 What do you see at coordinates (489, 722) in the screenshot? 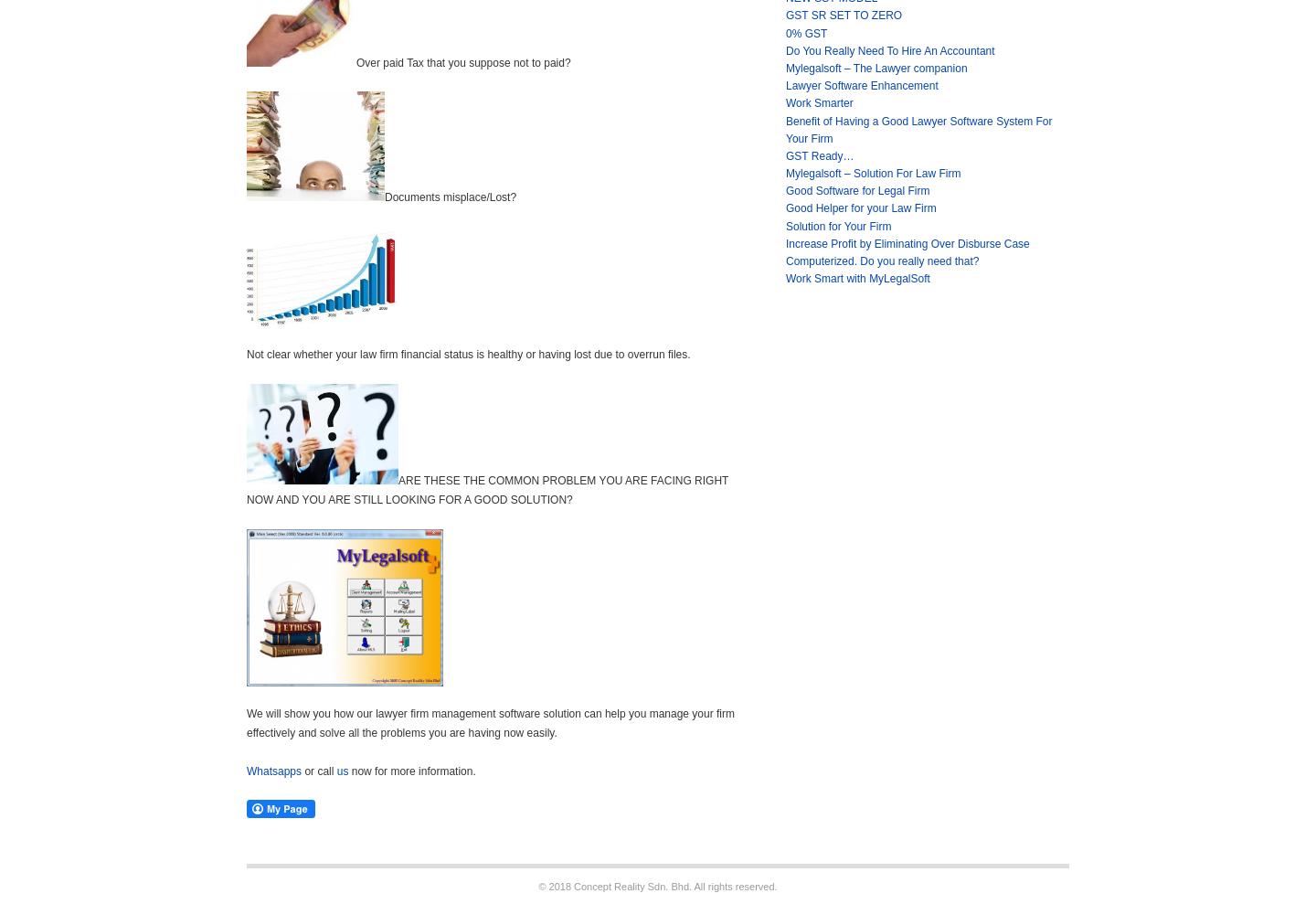
I see `'We will show you how our lawyer firm management software solution can help you manage your firm effectively and solve all the problems you are having now easily.'` at bounding box center [489, 722].